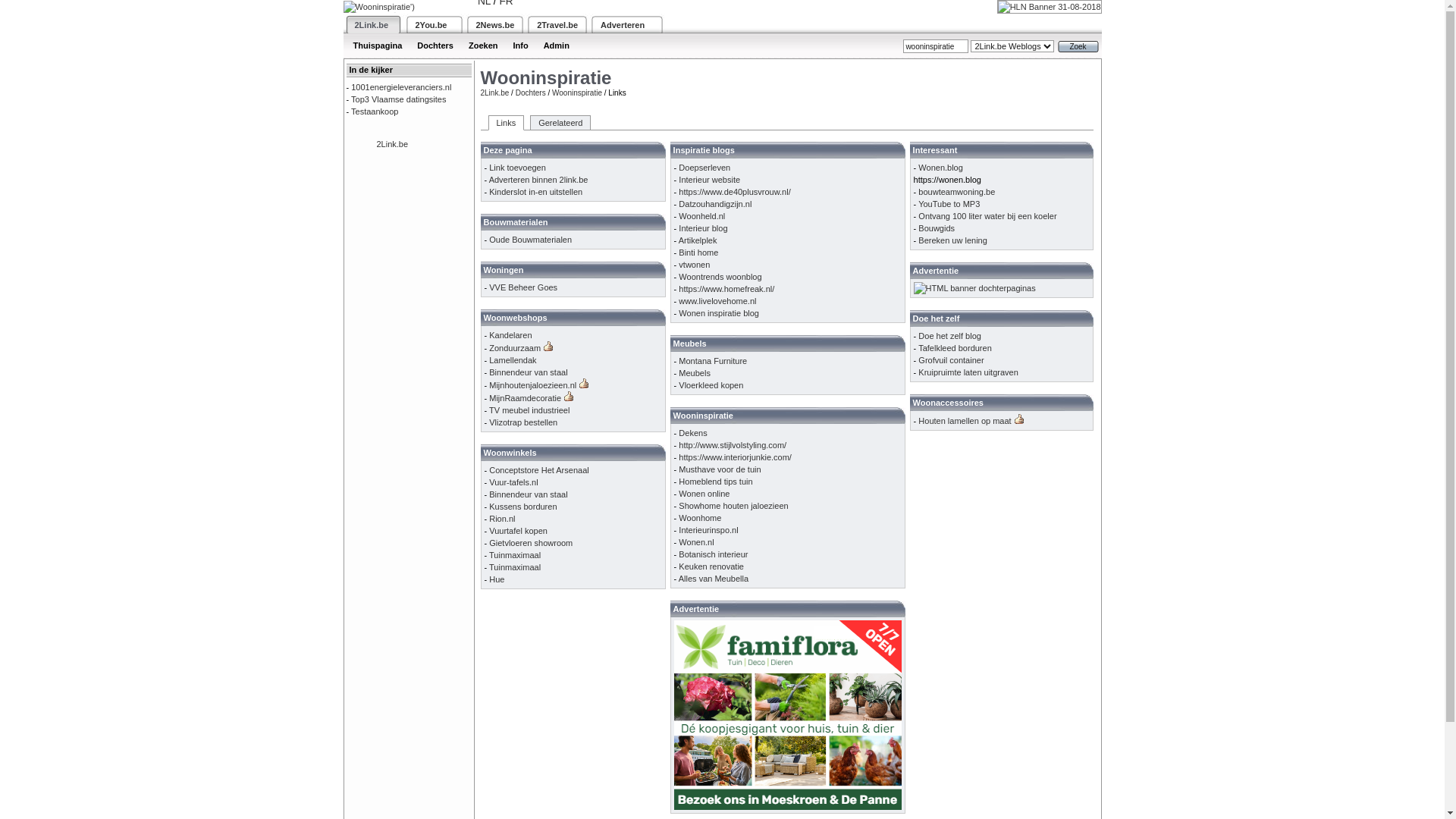  Describe the element at coordinates (514, 555) in the screenshot. I see `'Tuinmaximaal'` at that location.